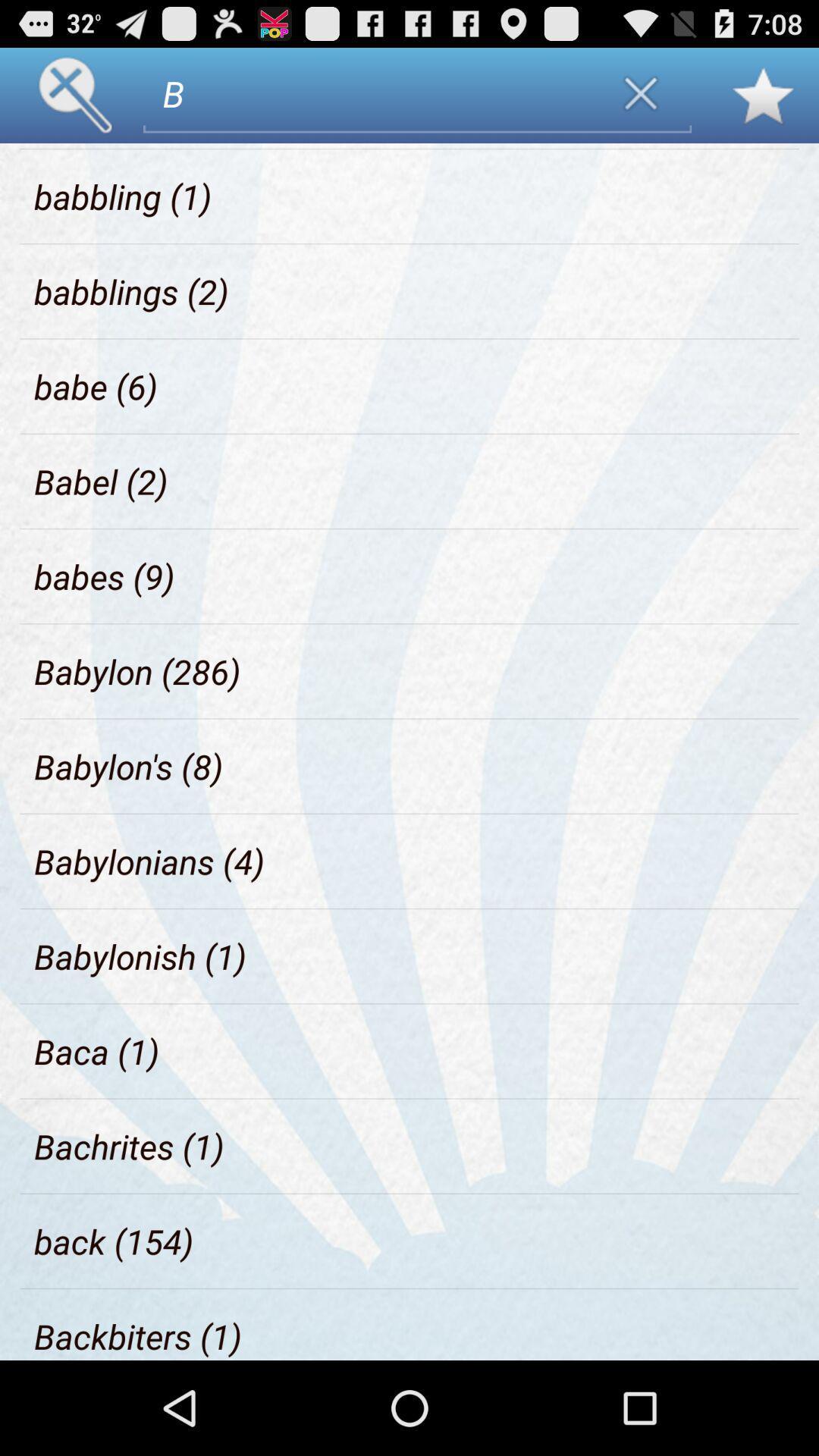 This screenshot has width=819, height=1456. Describe the element at coordinates (108, 146) in the screenshot. I see `item above babbling (1) icon` at that location.